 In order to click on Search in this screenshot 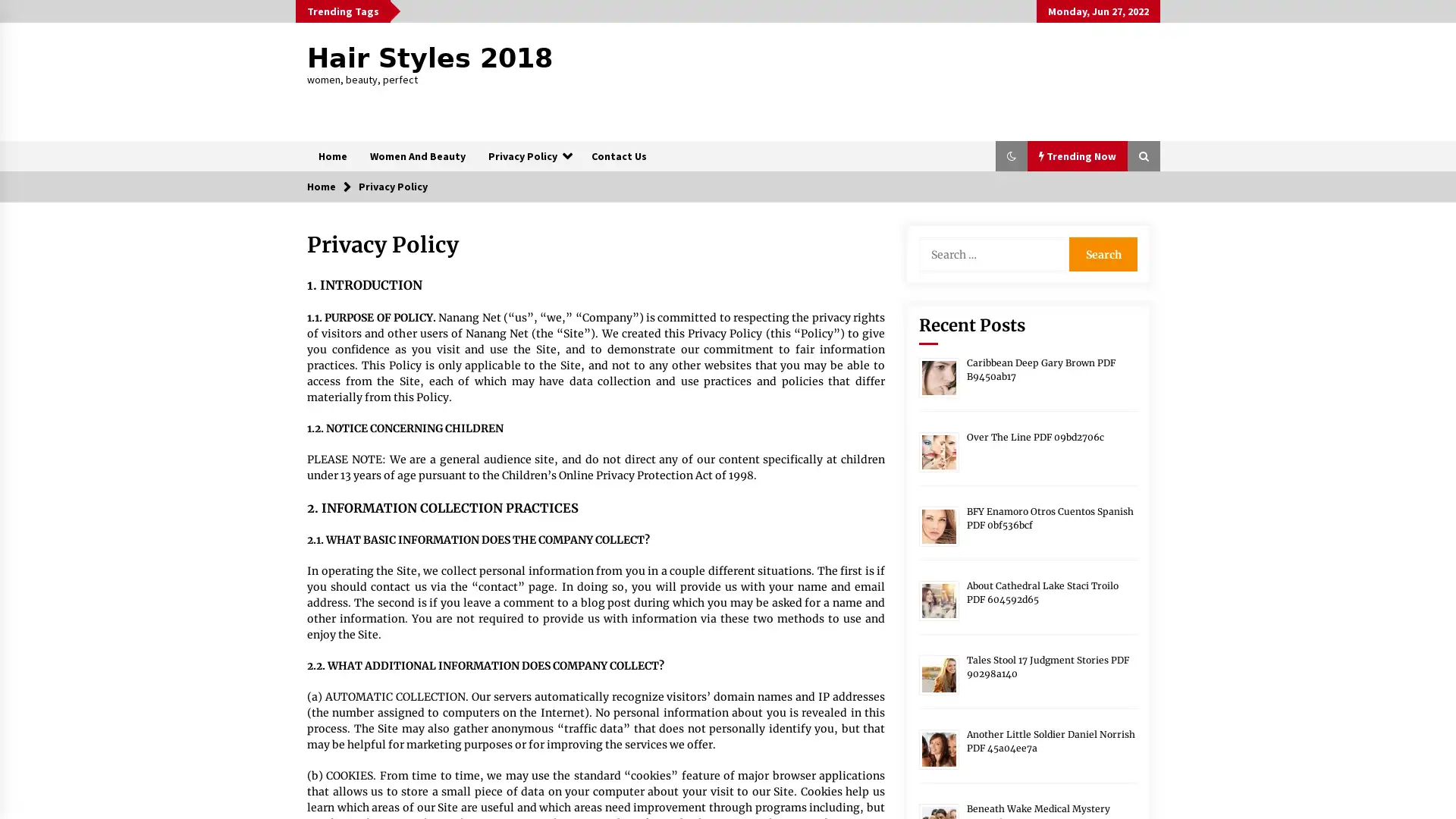, I will do `click(1103, 253)`.